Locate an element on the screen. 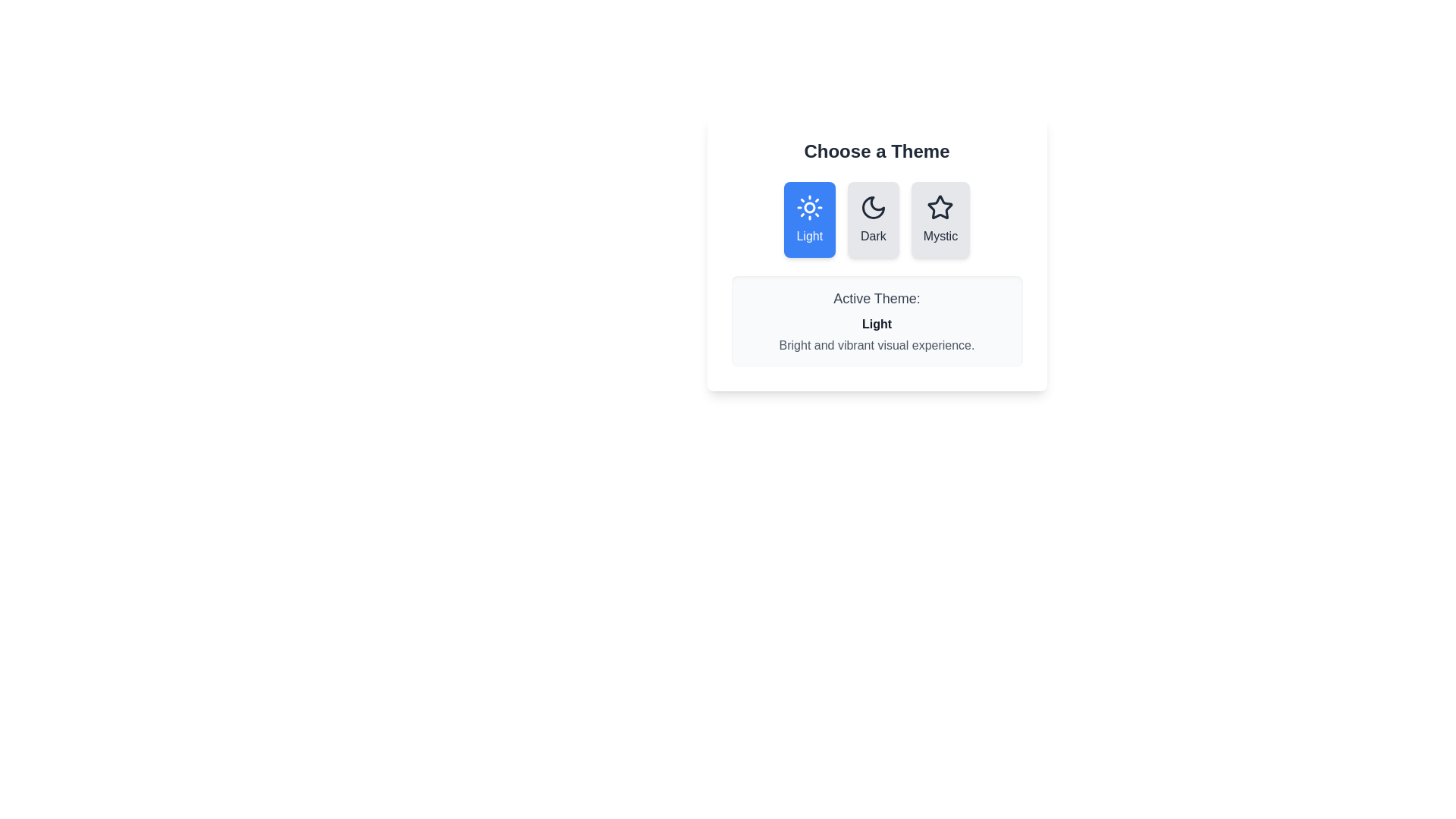  the button labeled Light to select the corresponding theme is located at coordinates (808, 219).